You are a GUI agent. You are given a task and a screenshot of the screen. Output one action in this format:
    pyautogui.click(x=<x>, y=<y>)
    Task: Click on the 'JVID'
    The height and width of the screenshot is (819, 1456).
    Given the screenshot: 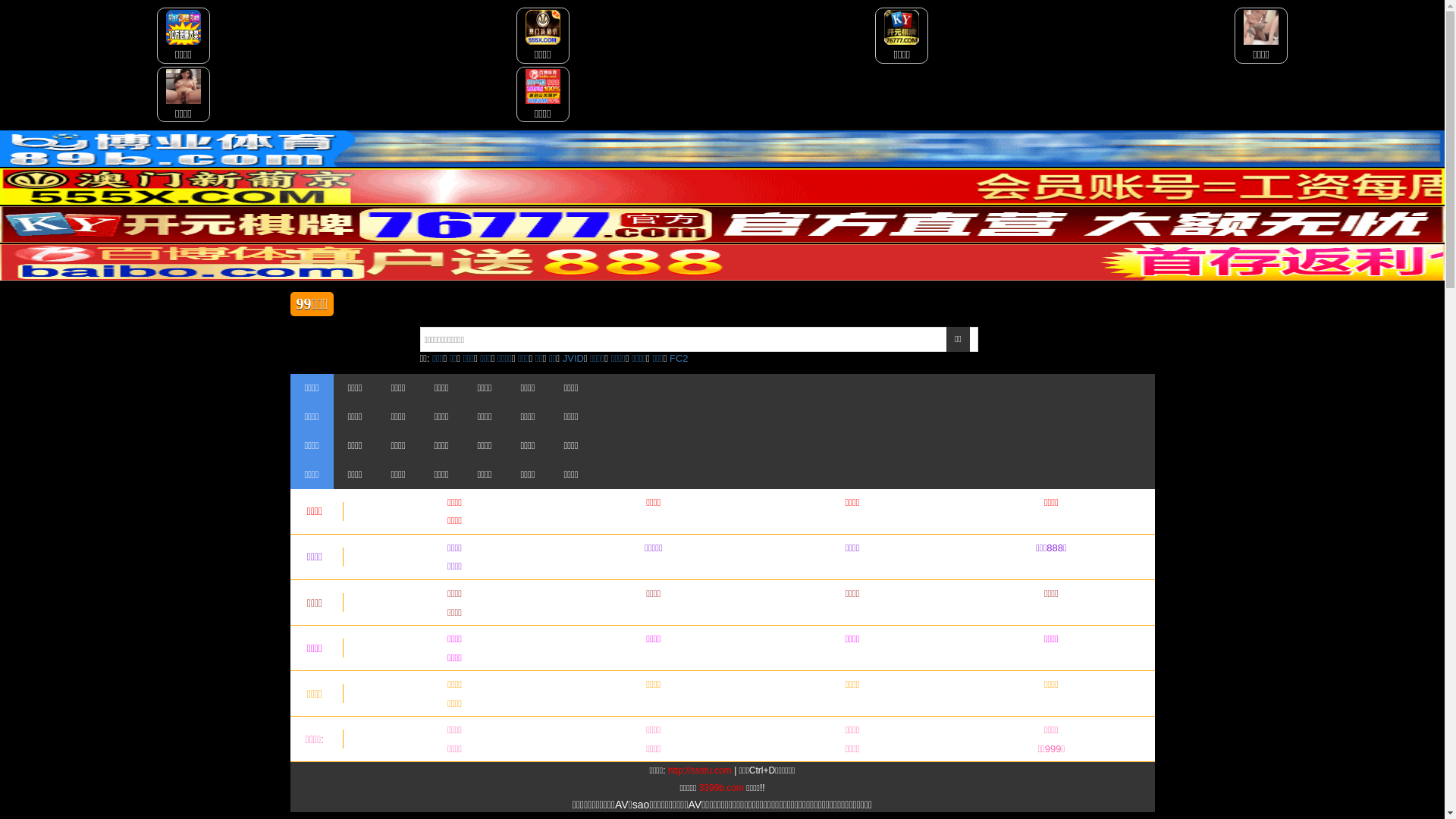 What is the action you would take?
    pyautogui.click(x=562, y=358)
    